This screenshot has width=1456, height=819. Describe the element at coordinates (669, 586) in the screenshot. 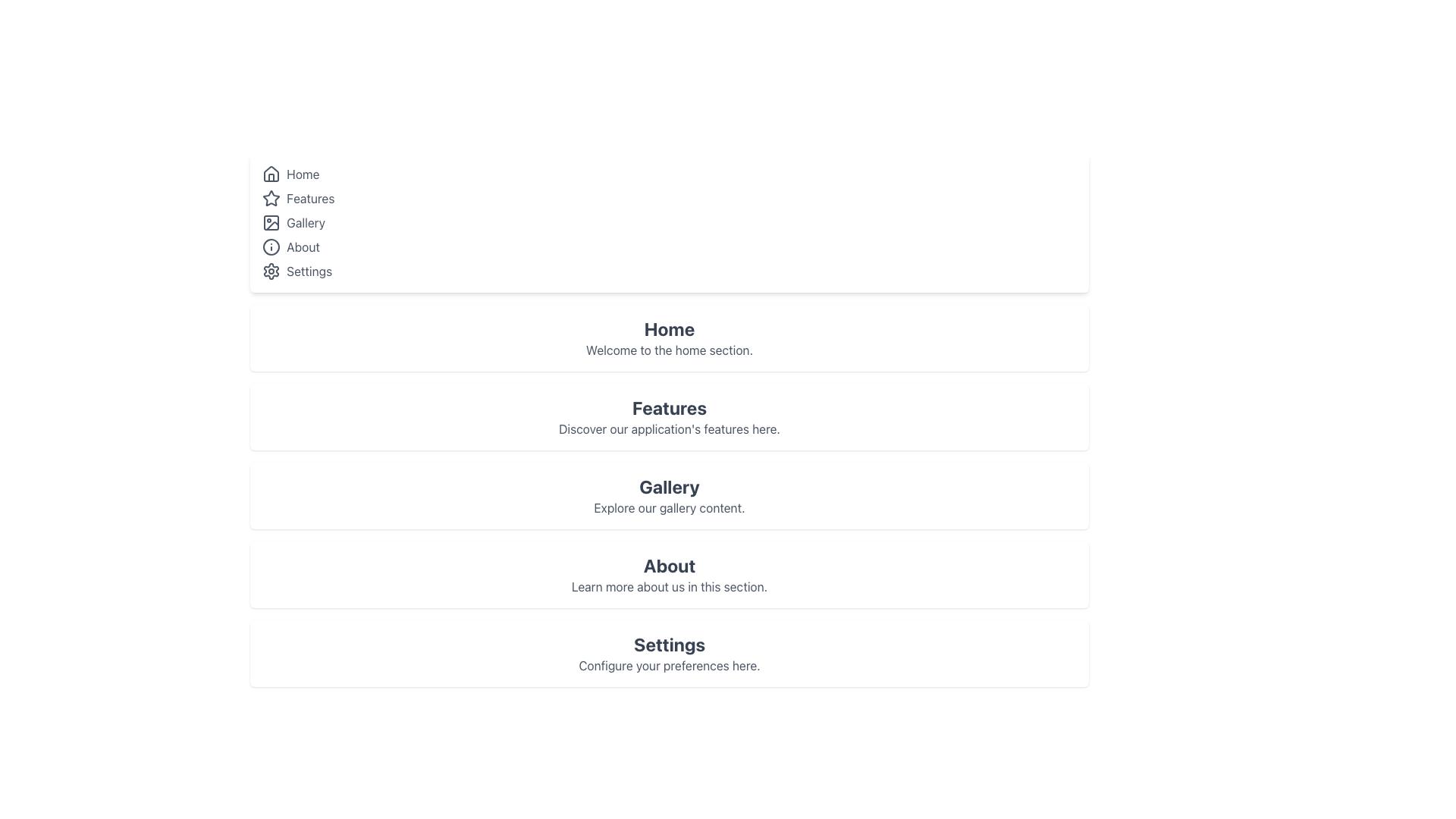

I see `the informational text label located below the 'About' heading in the interface` at that location.